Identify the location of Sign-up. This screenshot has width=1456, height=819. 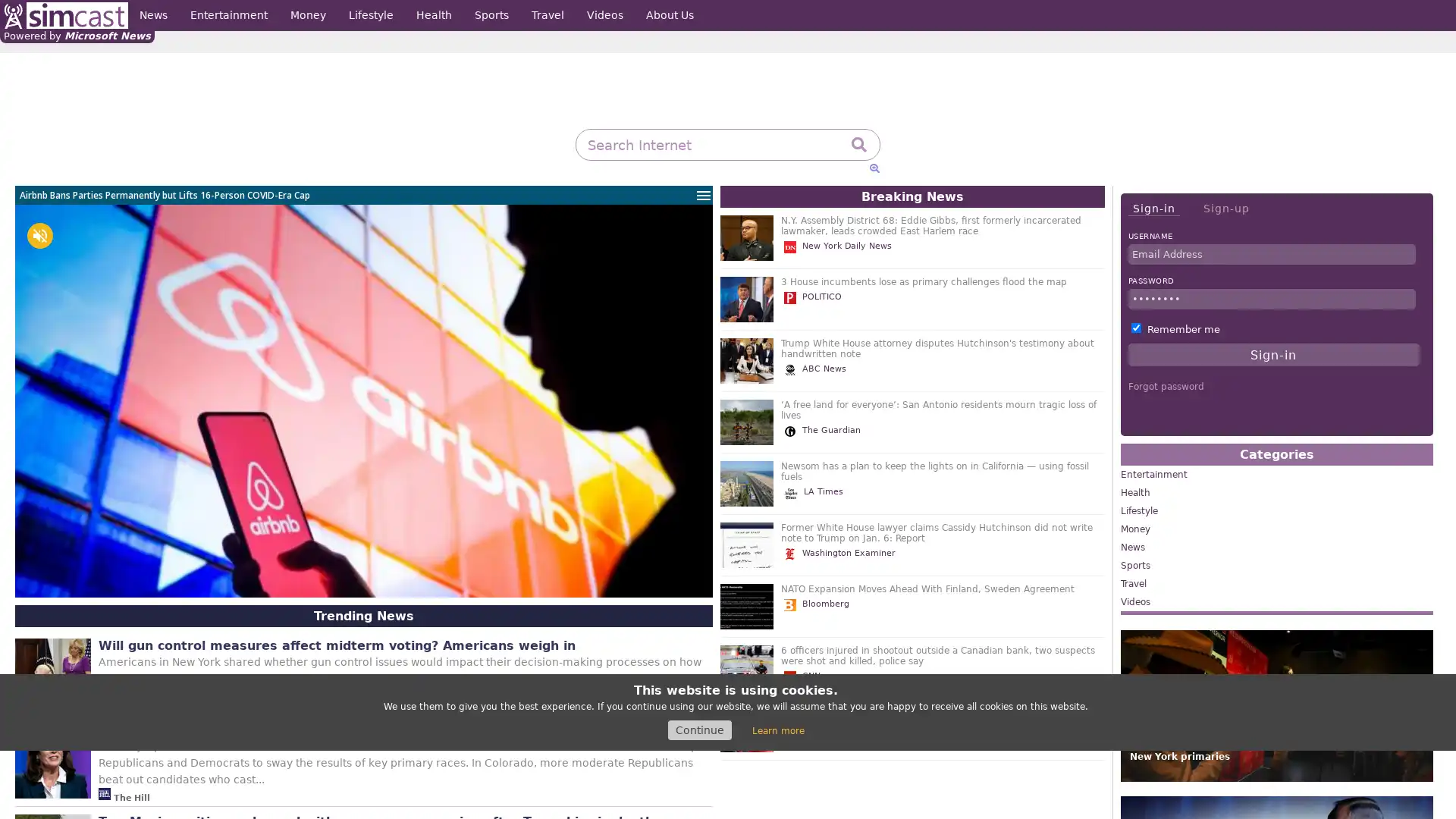
(1225, 208).